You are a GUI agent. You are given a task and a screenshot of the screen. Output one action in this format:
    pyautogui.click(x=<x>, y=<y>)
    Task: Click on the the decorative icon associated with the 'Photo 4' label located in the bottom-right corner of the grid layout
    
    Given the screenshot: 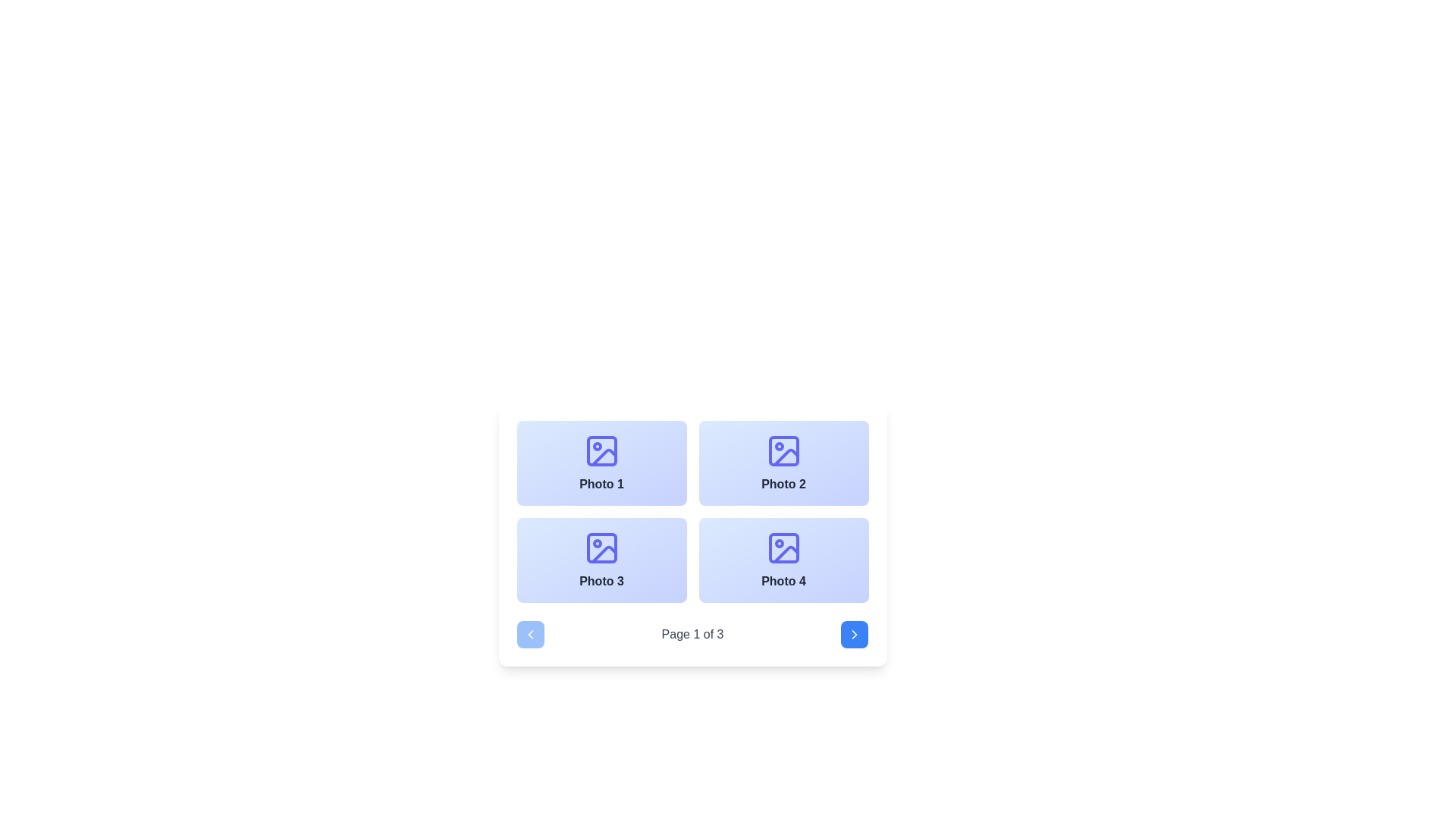 What is the action you would take?
    pyautogui.click(x=783, y=548)
    